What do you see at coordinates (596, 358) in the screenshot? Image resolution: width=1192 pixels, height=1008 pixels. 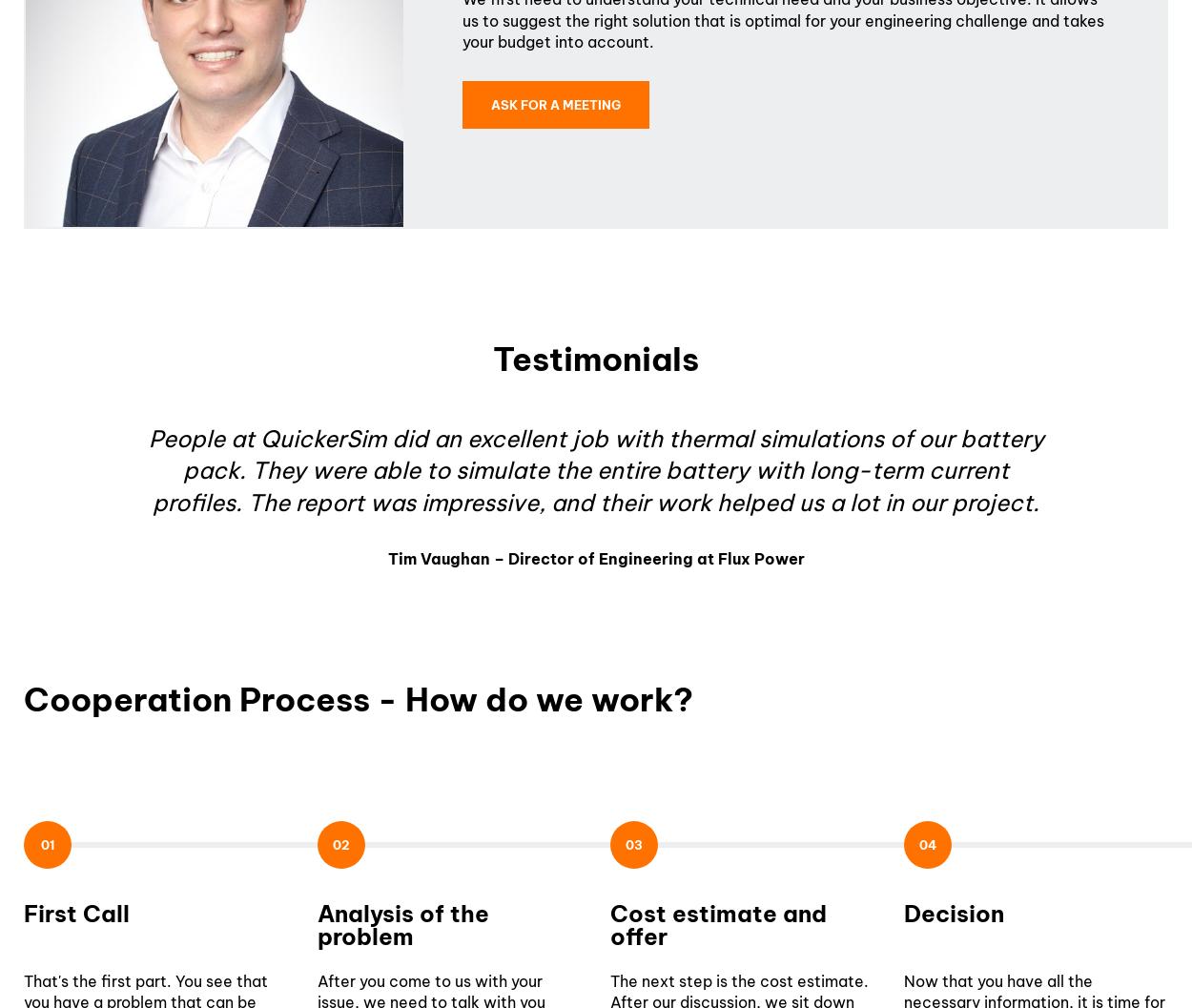 I see `'Testimonials'` at bounding box center [596, 358].